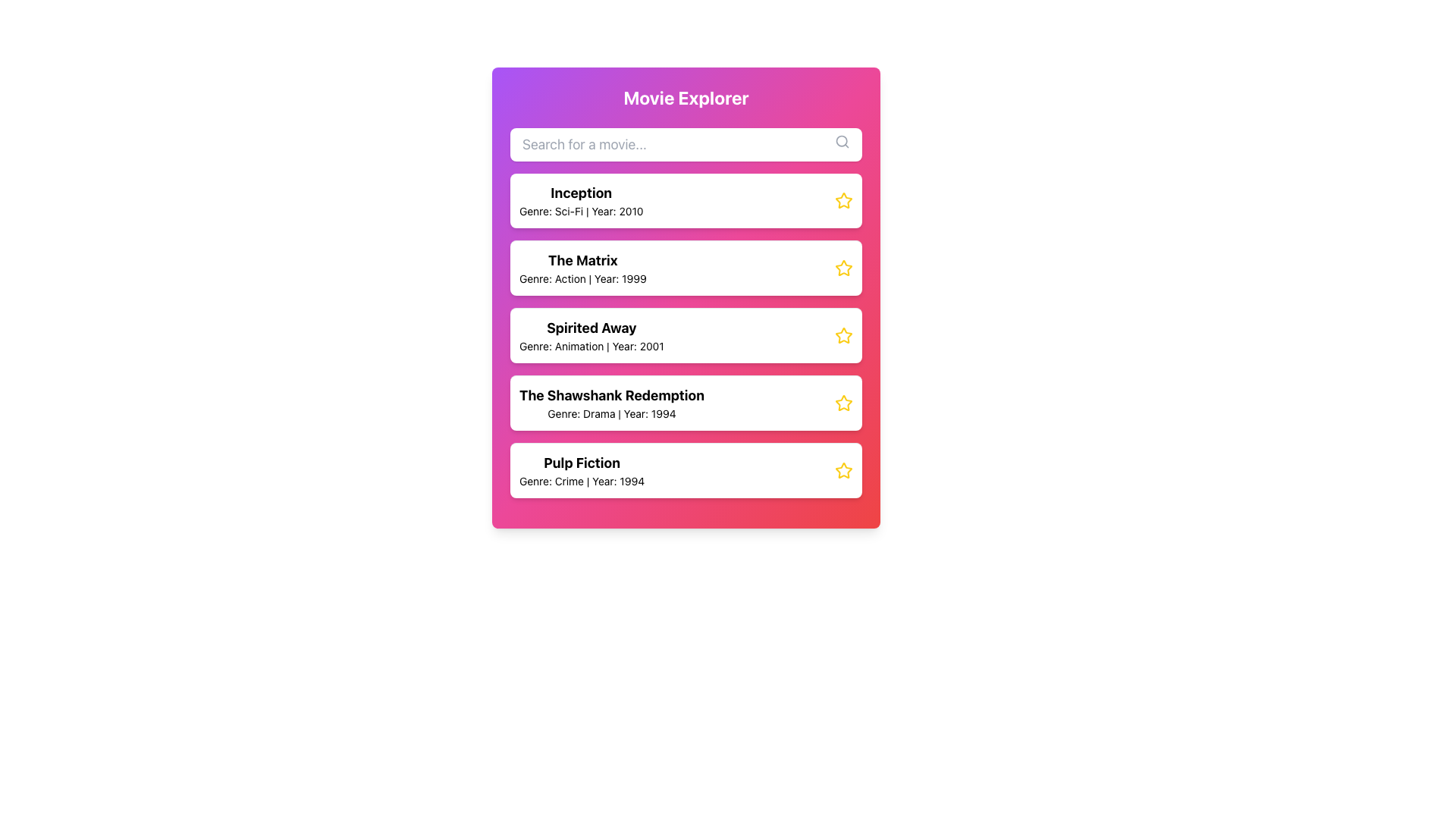  I want to click on text label displaying 'Pulp Fiction' which is located in the bottom card of the list on the main panel, positioned directly above the subtitle line 'Genre: Crime | Year: 1994', so click(581, 462).